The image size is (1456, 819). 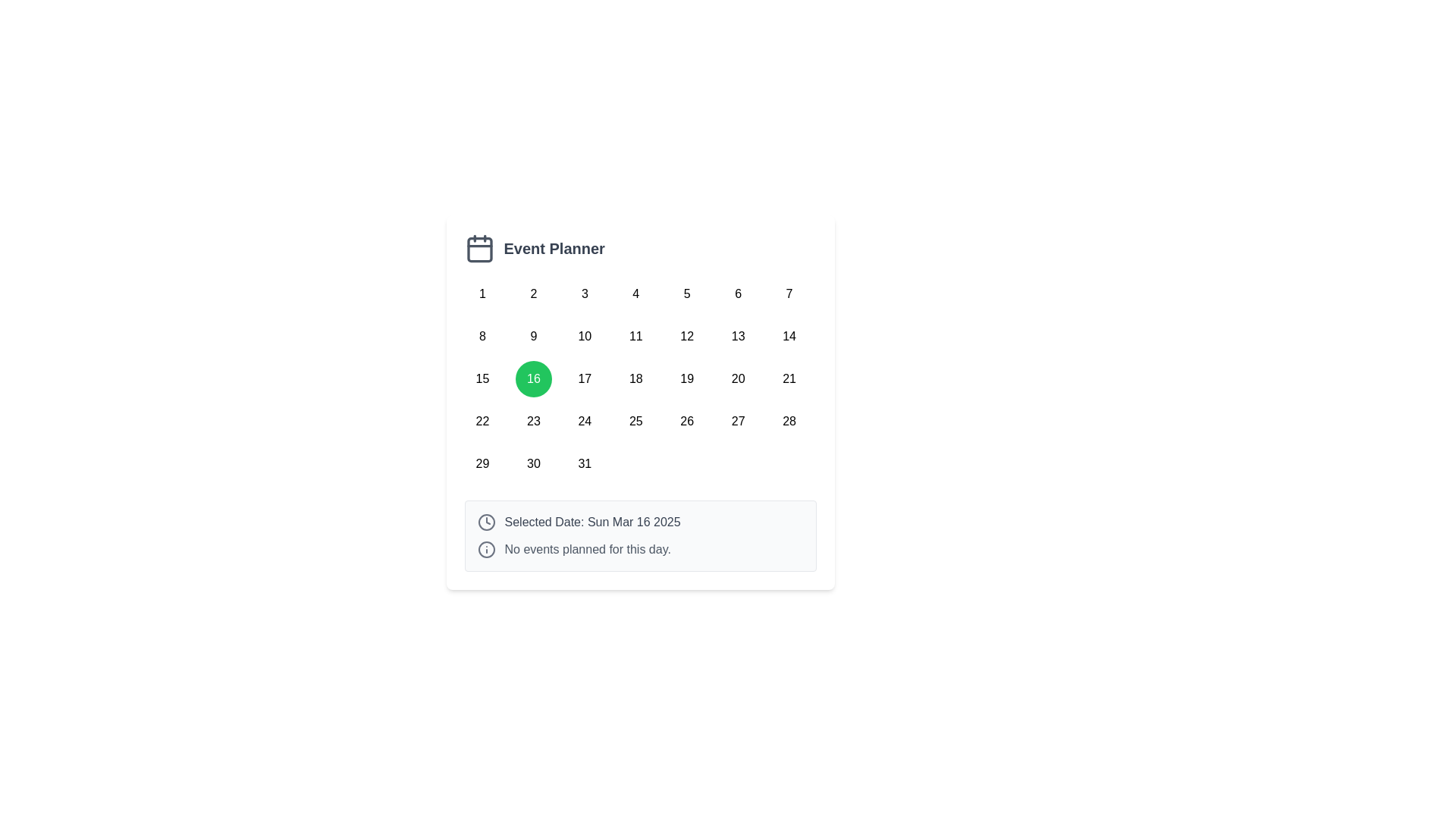 What do you see at coordinates (482, 421) in the screenshot?
I see `the rounded square button with a white background and black text displaying the number '22' located in the sixth row and first column of the calendar grid` at bounding box center [482, 421].